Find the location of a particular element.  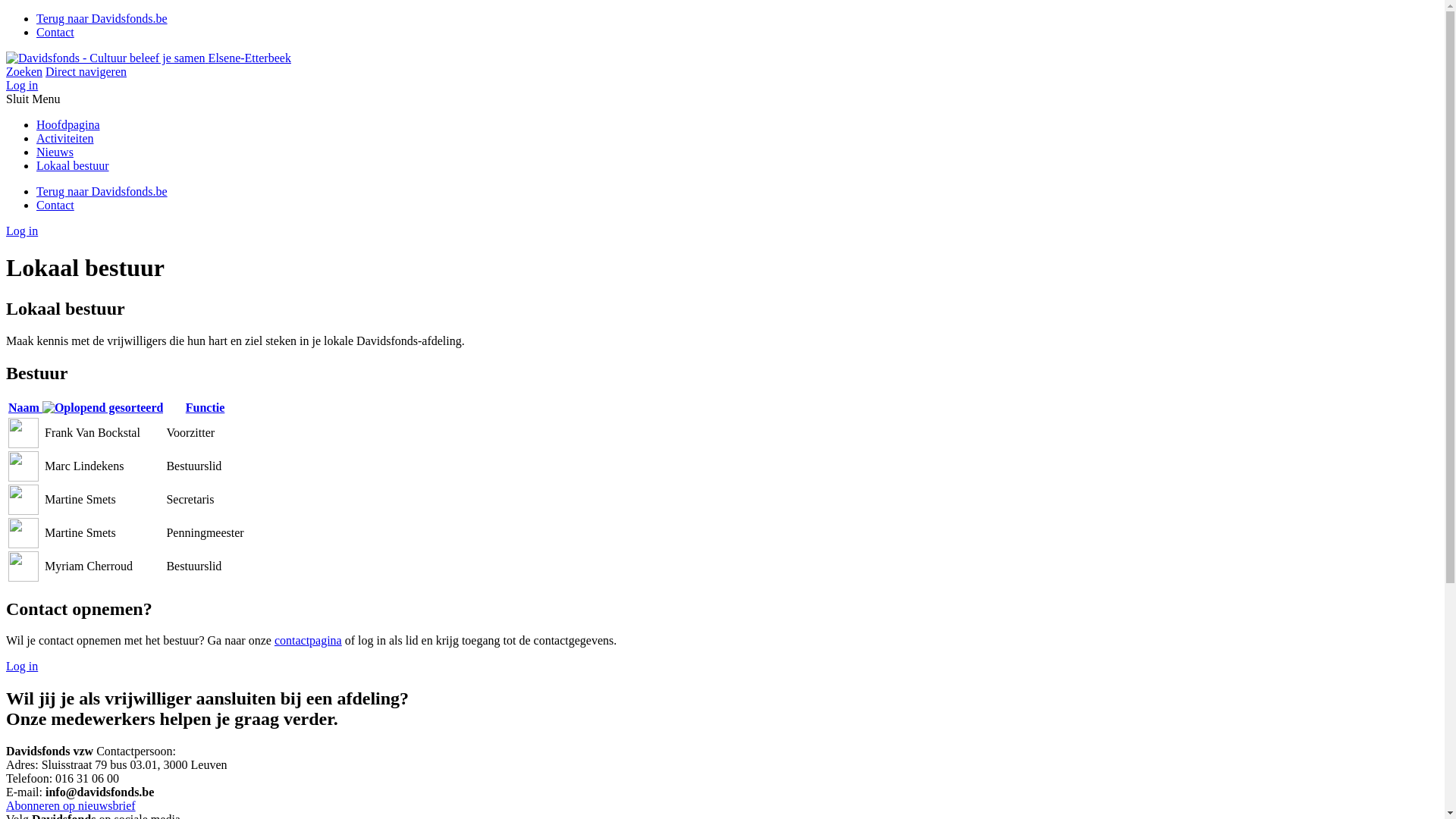

'contactpagina' is located at coordinates (274, 640).